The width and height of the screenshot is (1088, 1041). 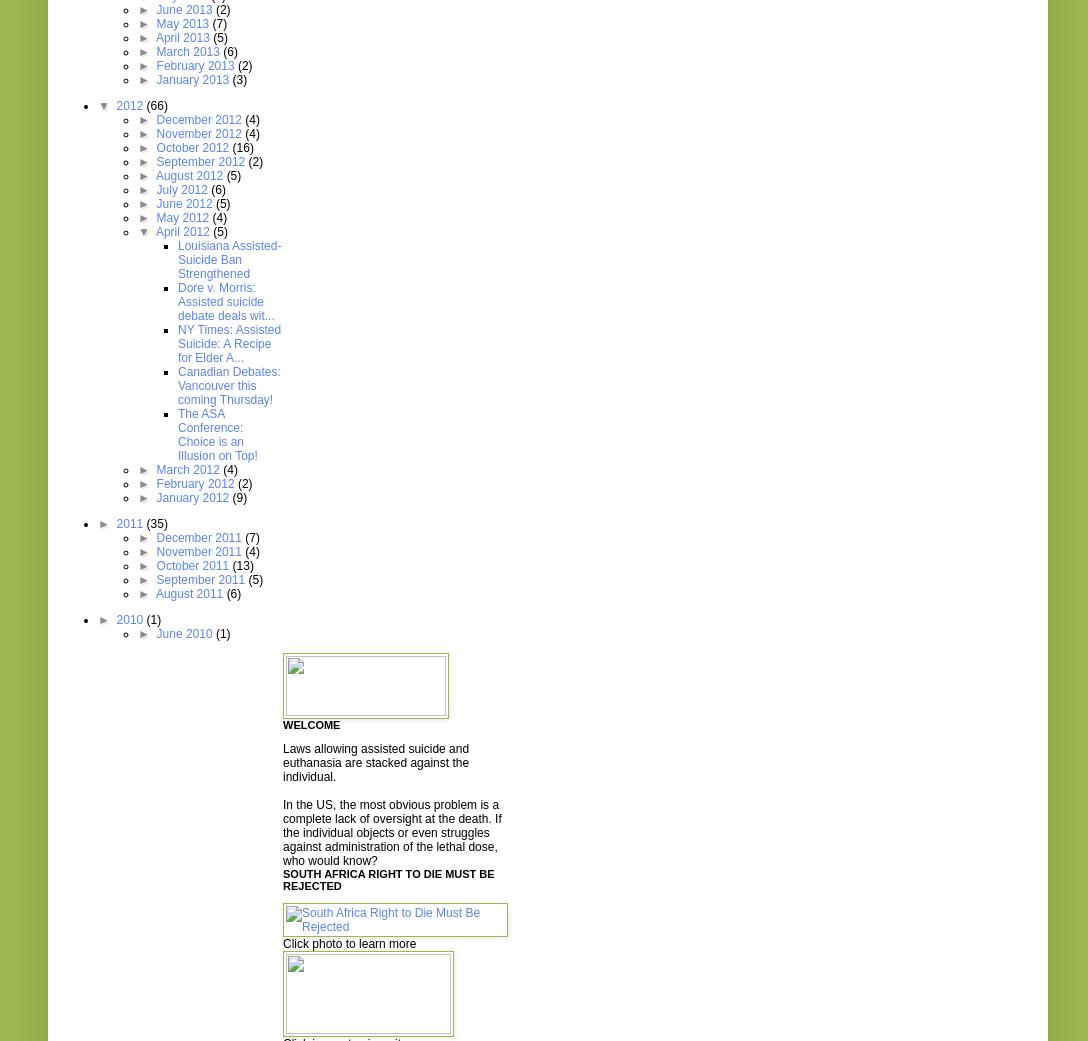 What do you see at coordinates (241, 565) in the screenshot?
I see `'(13)'` at bounding box center [241, 565].